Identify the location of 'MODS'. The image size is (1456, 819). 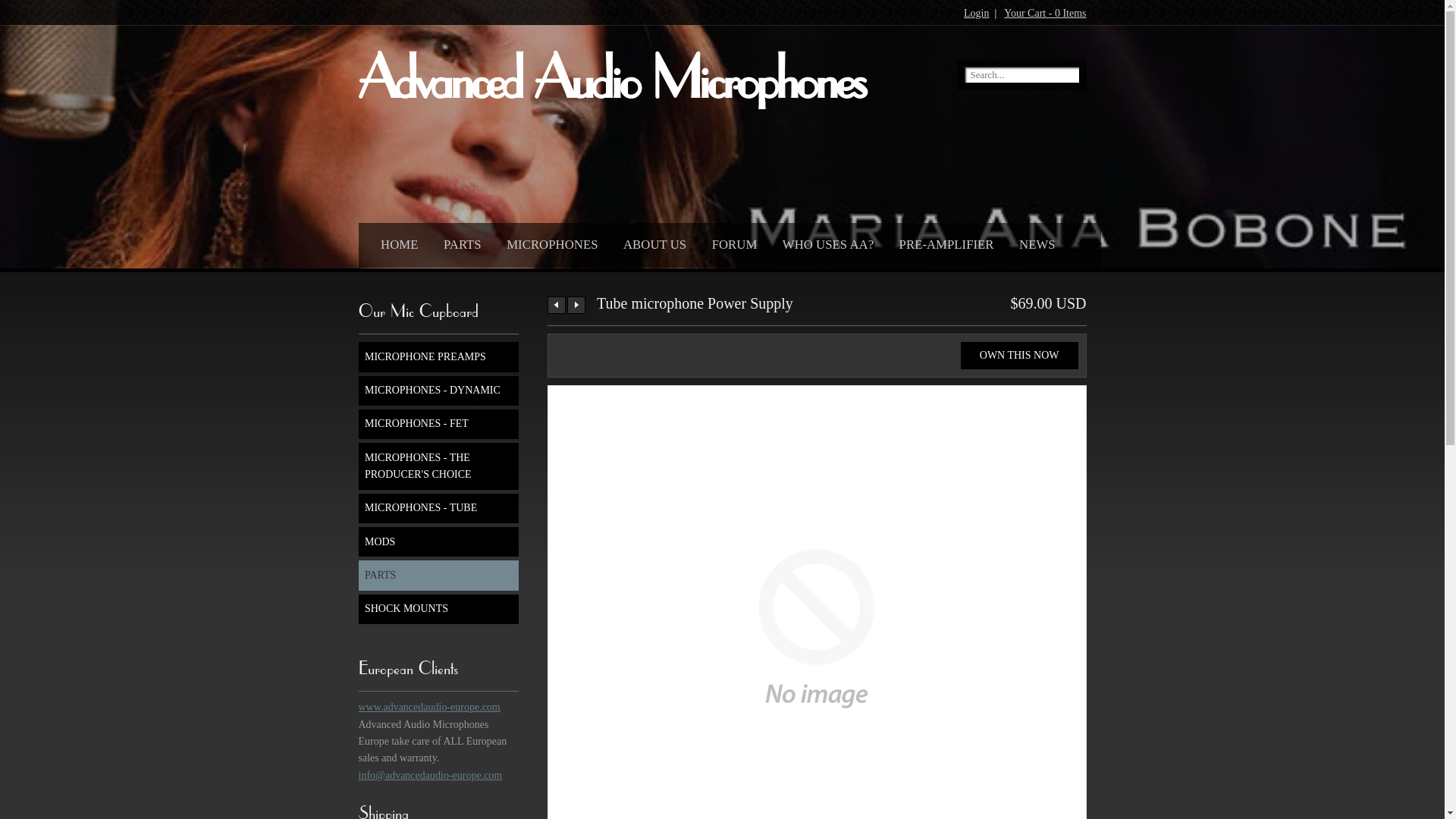
(356, 541).